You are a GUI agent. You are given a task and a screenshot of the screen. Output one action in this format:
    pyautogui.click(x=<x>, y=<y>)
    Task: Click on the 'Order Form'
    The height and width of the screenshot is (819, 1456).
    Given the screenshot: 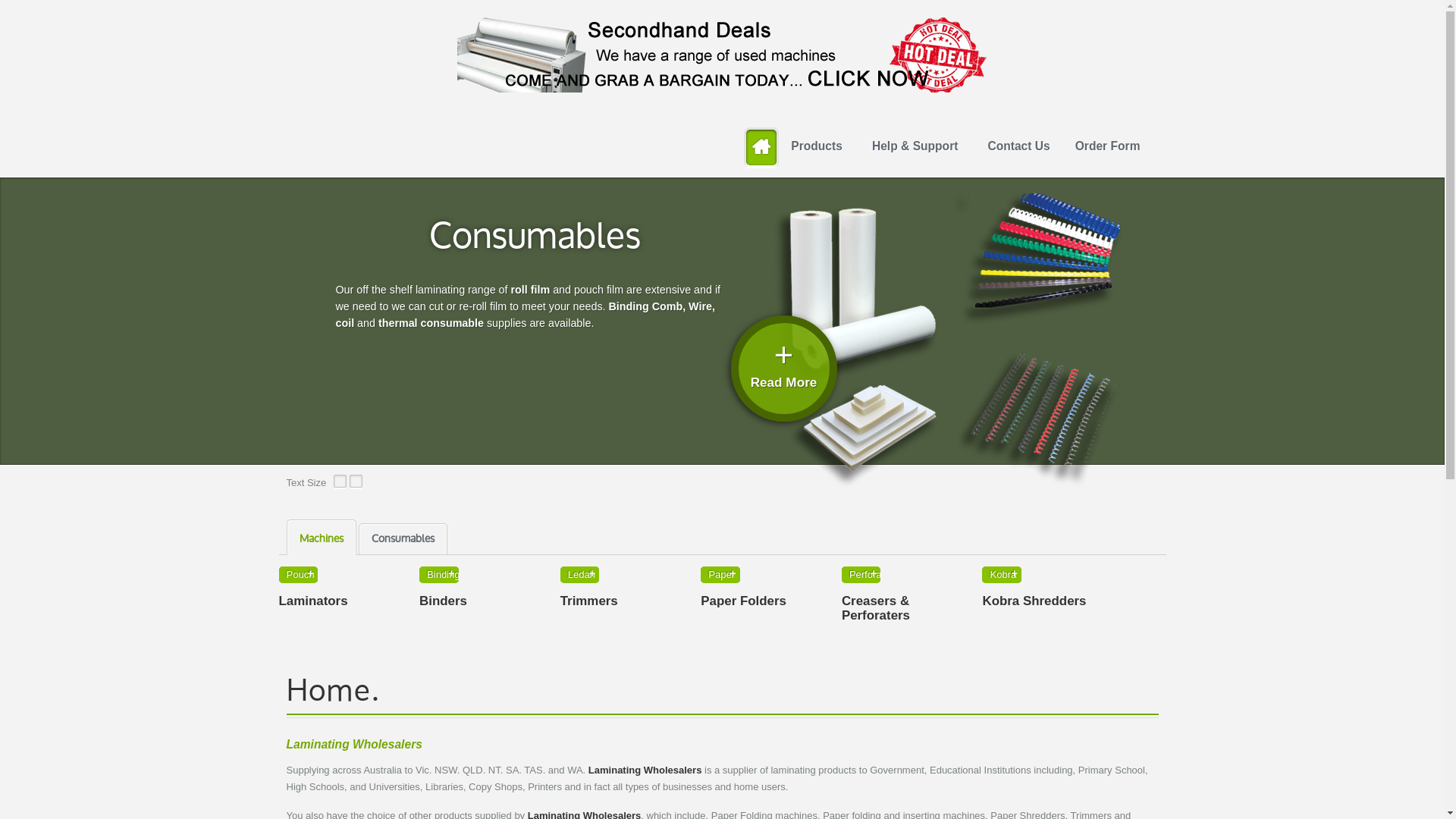 What is the action you would take?
    pyautogui.click(x=1107, y=146)
    